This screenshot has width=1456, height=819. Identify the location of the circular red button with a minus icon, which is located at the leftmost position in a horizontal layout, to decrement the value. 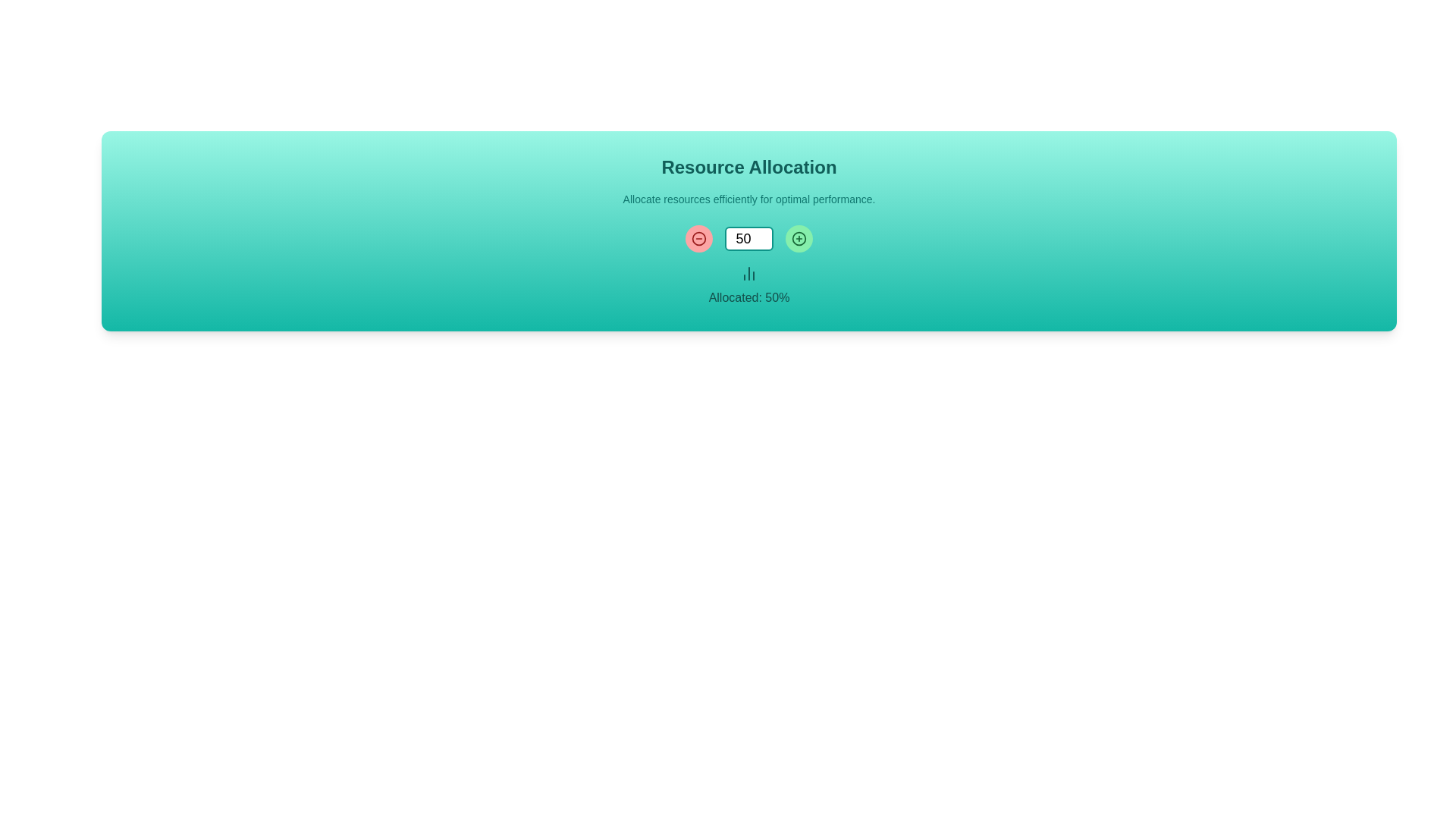
(698, 239).